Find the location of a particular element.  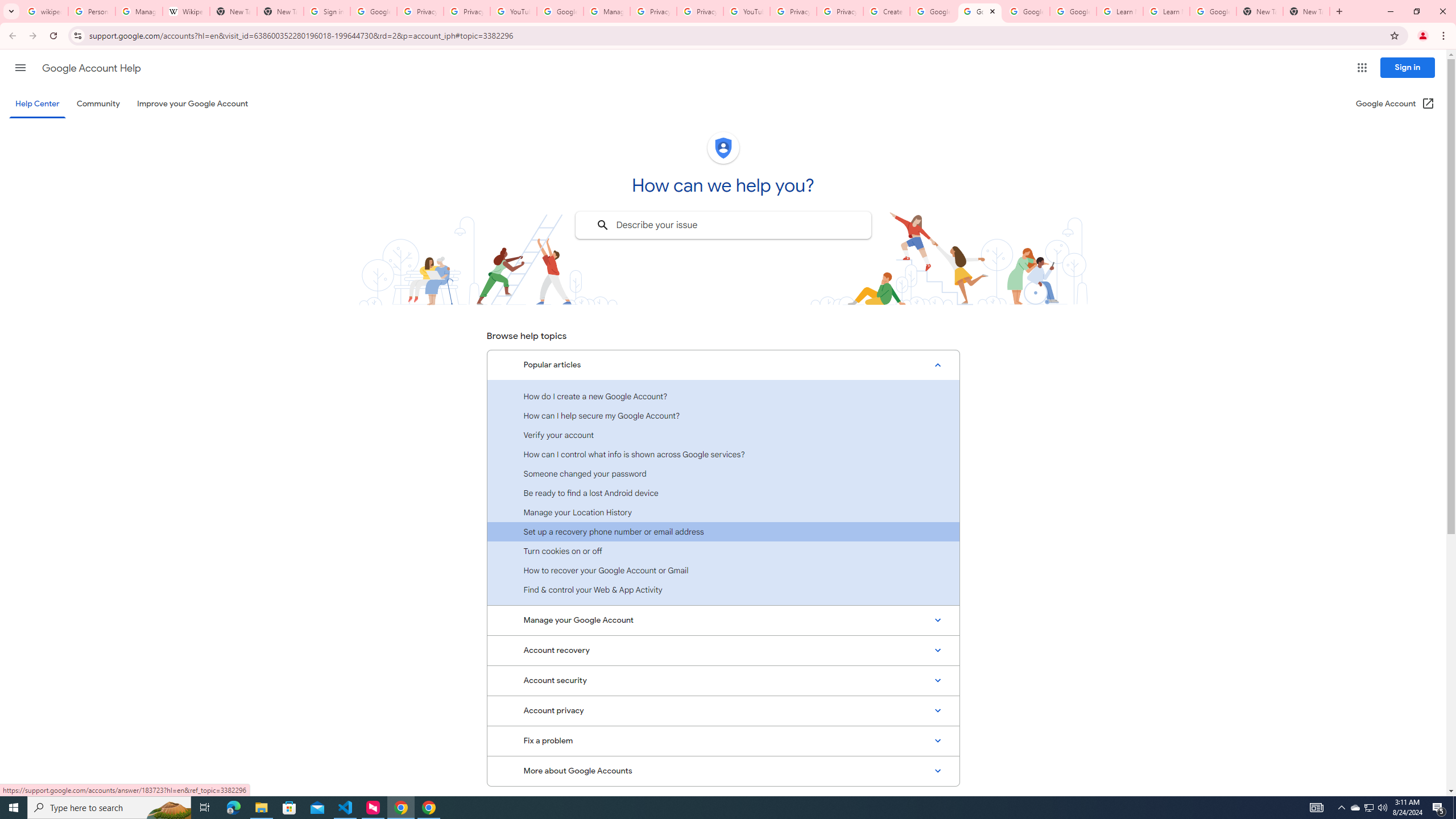

'Improve your Google Account' is located at coordinates (192, 103).